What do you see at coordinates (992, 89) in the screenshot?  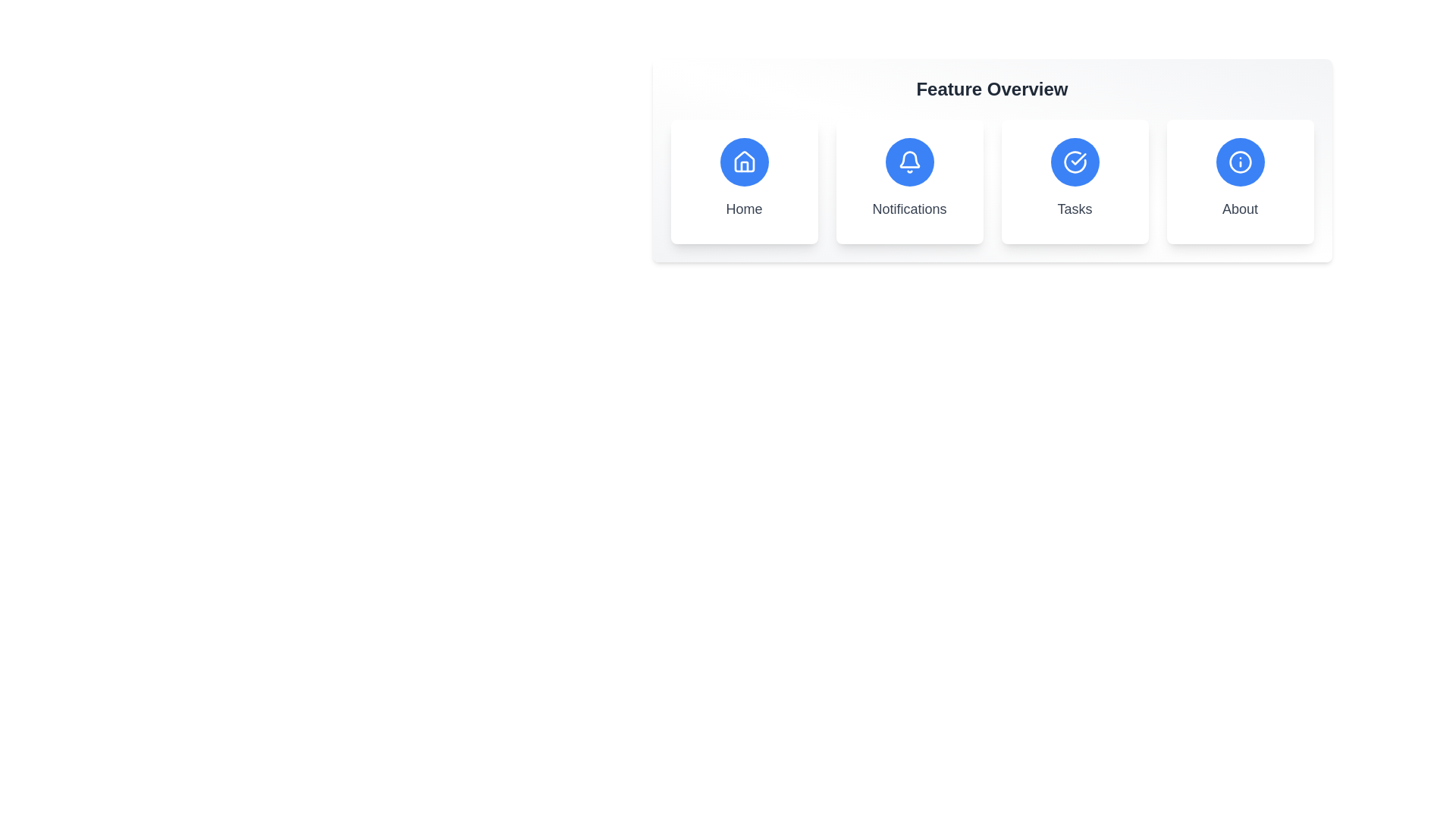 I see `the static text label that serves as the title for the section above the interactive tiles labeled 'Home', 'Notifications', 'Tasks', and 'About'` at bounding box center [992, 89].